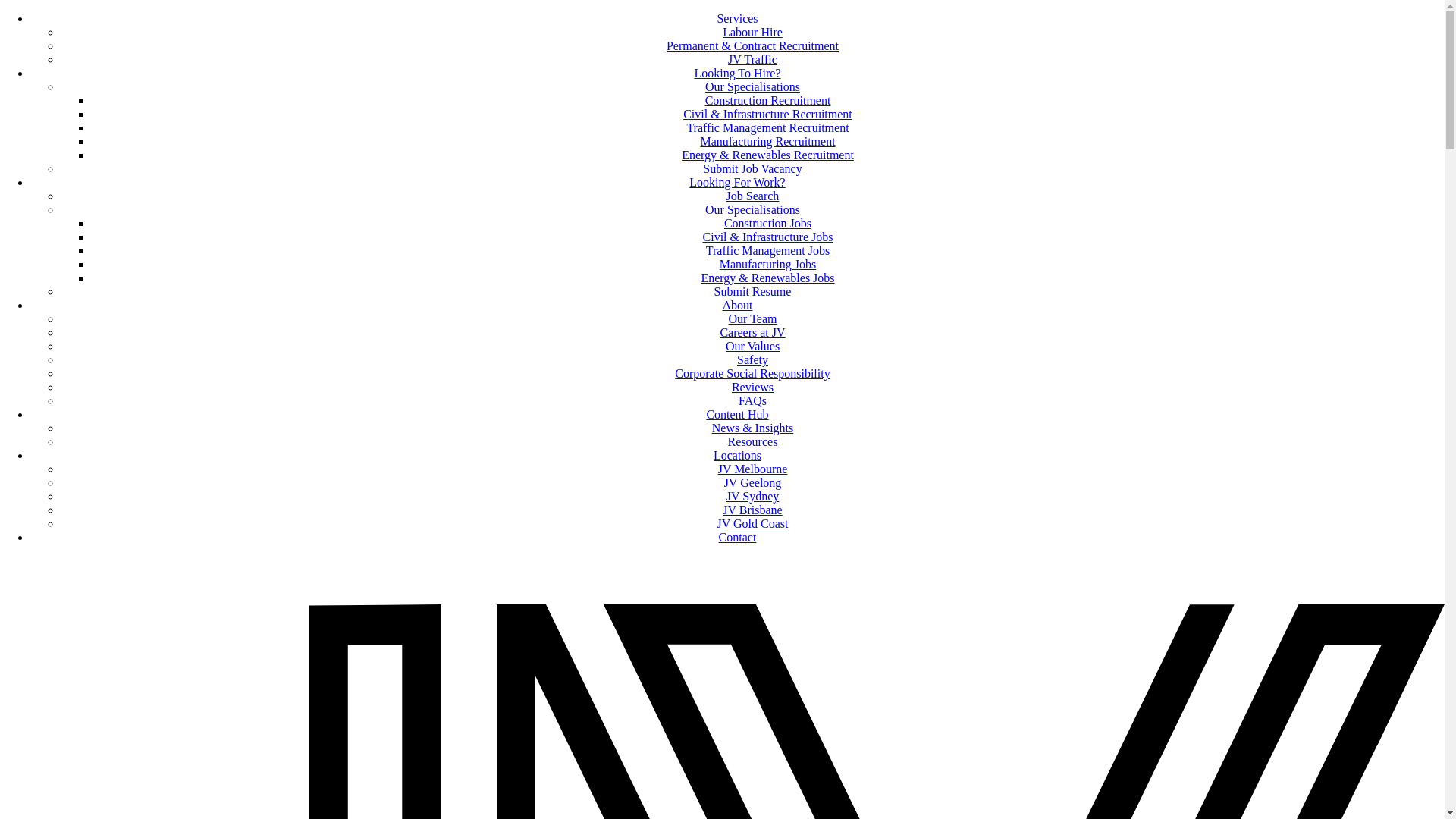 The image size is (1456, 819). Describe the element at coordinates (753, 318) in the screenshot. I see `'Our Team'` at that location.